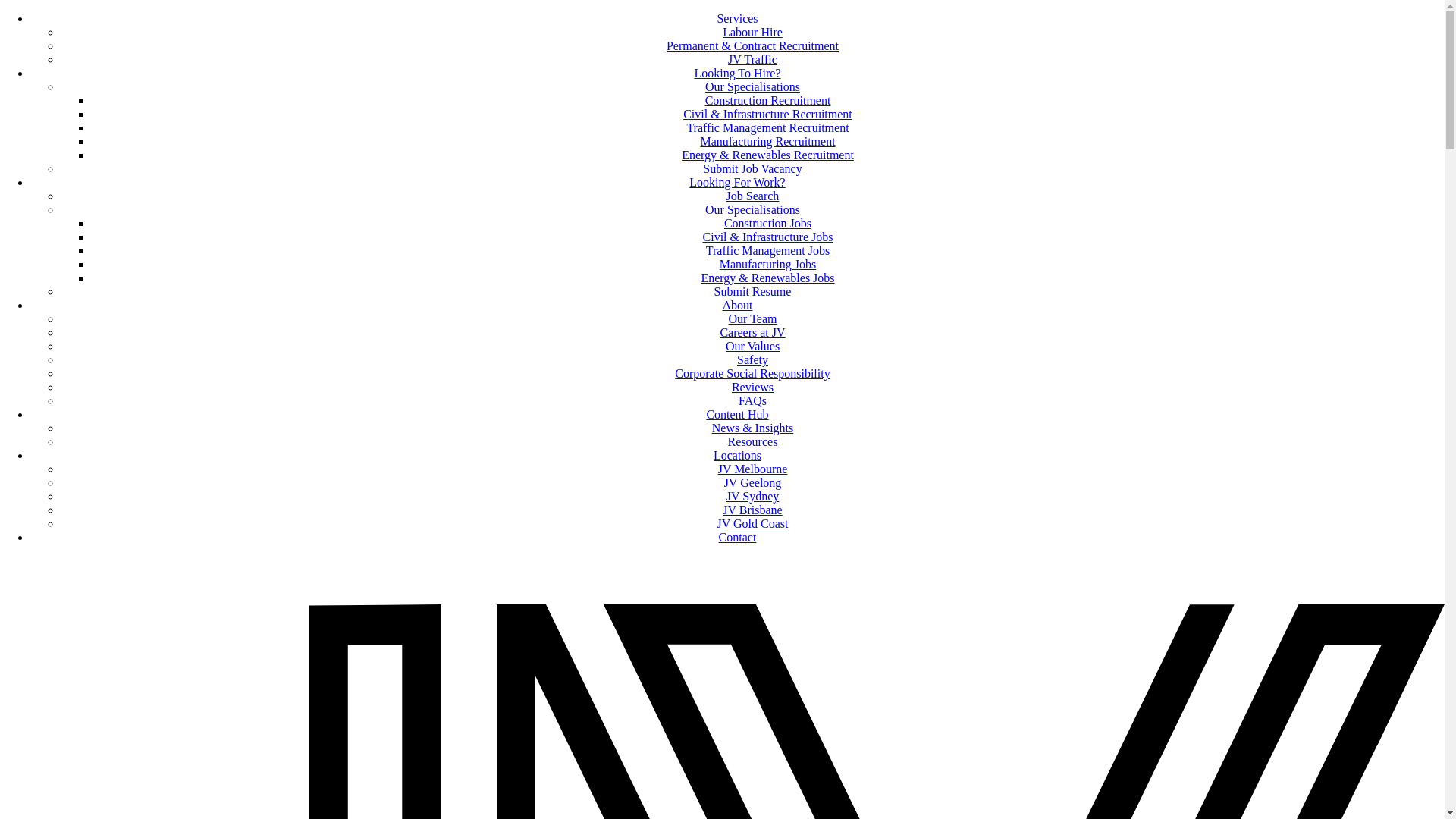 The image size is (1456, 819). Describe the element at coordinates (753, 318) in the screenshot. I see `'Our Team'` at that location.